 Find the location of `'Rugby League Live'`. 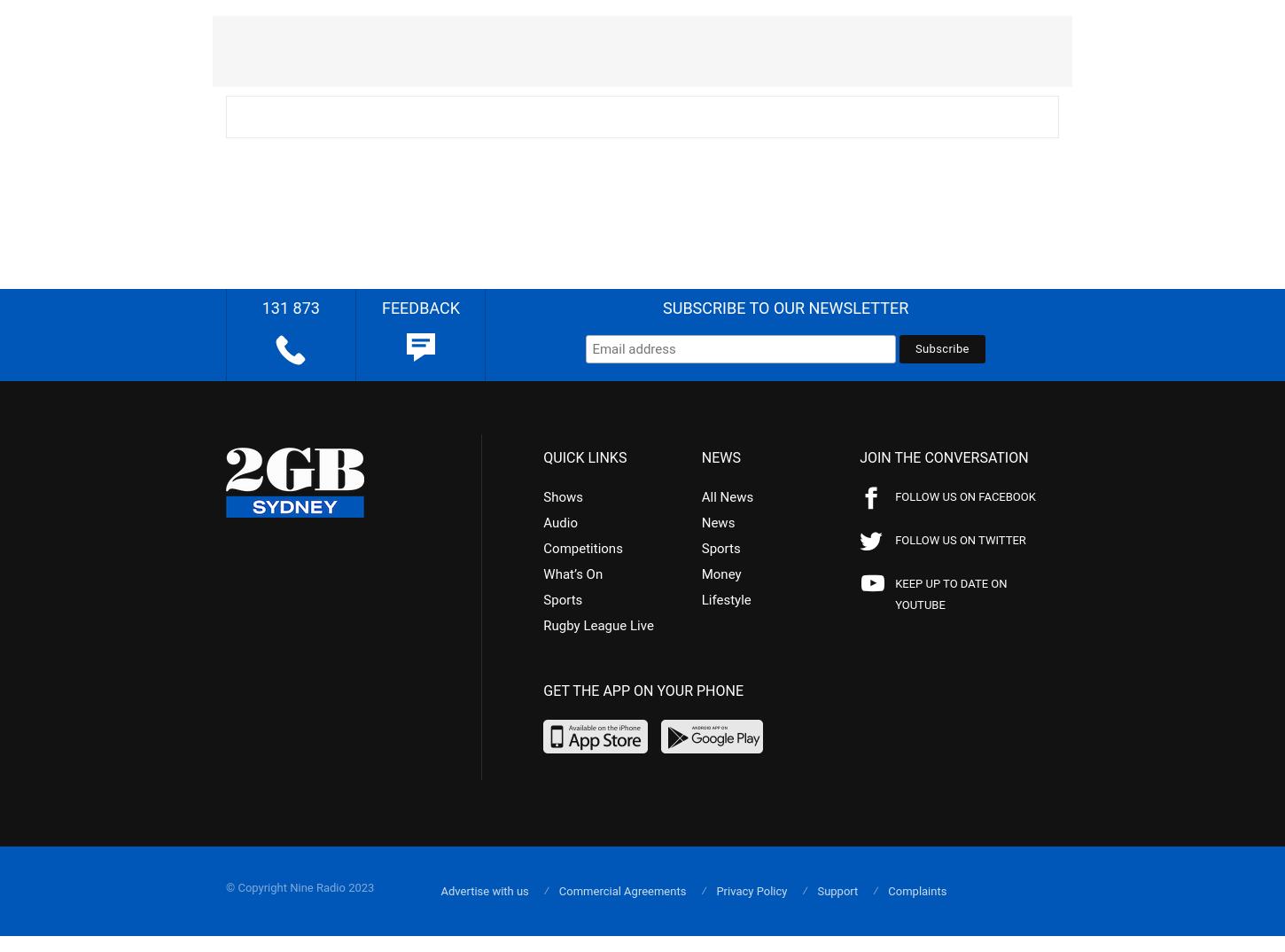

'Rugby League Live' is located at coordinates (596, 624).